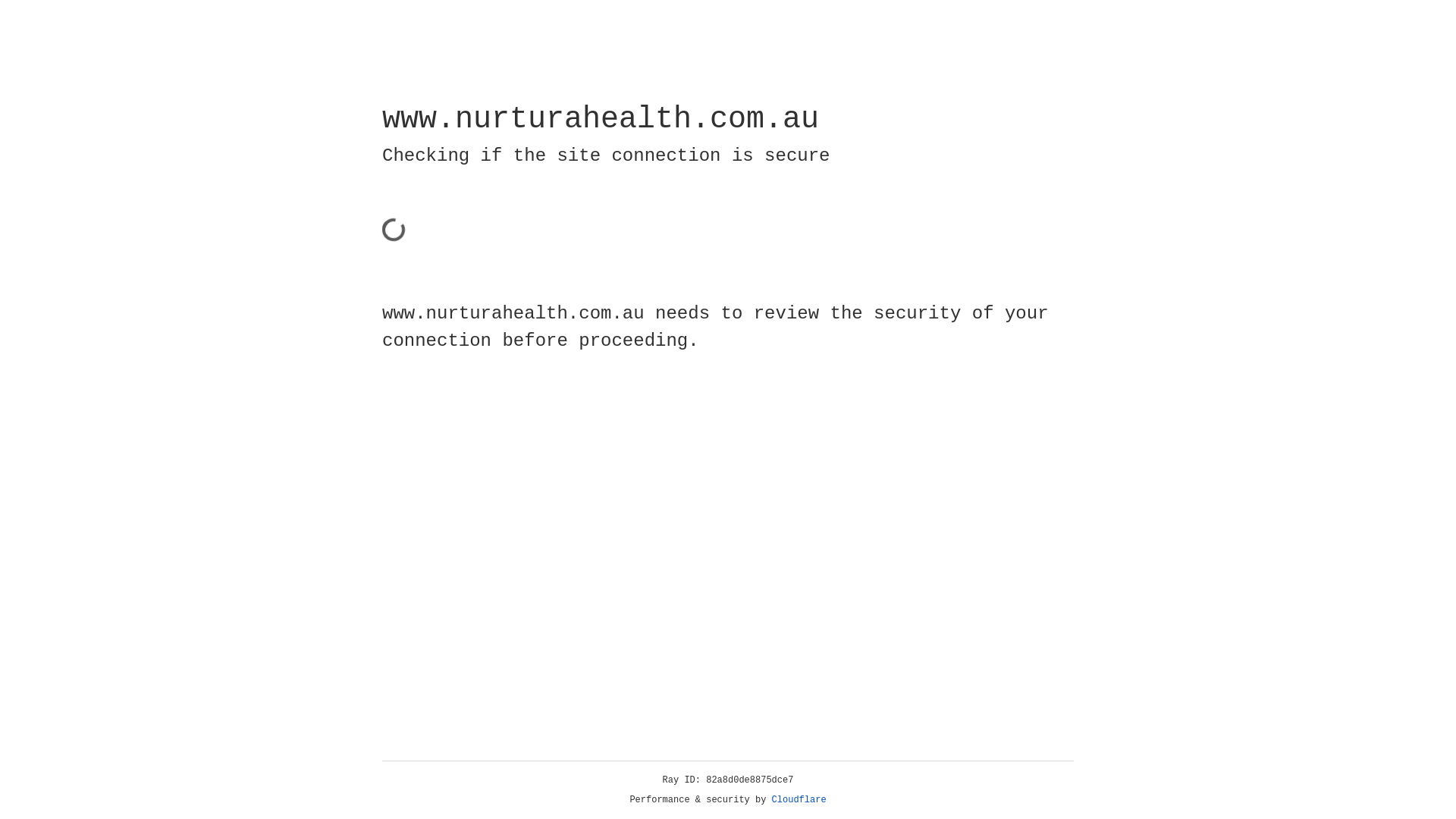 The height and width of the screenshot is (819, 1456). Describe the element at coordinates (799, 799) in the screenshot. I see `'Cloudflare'` at that location.